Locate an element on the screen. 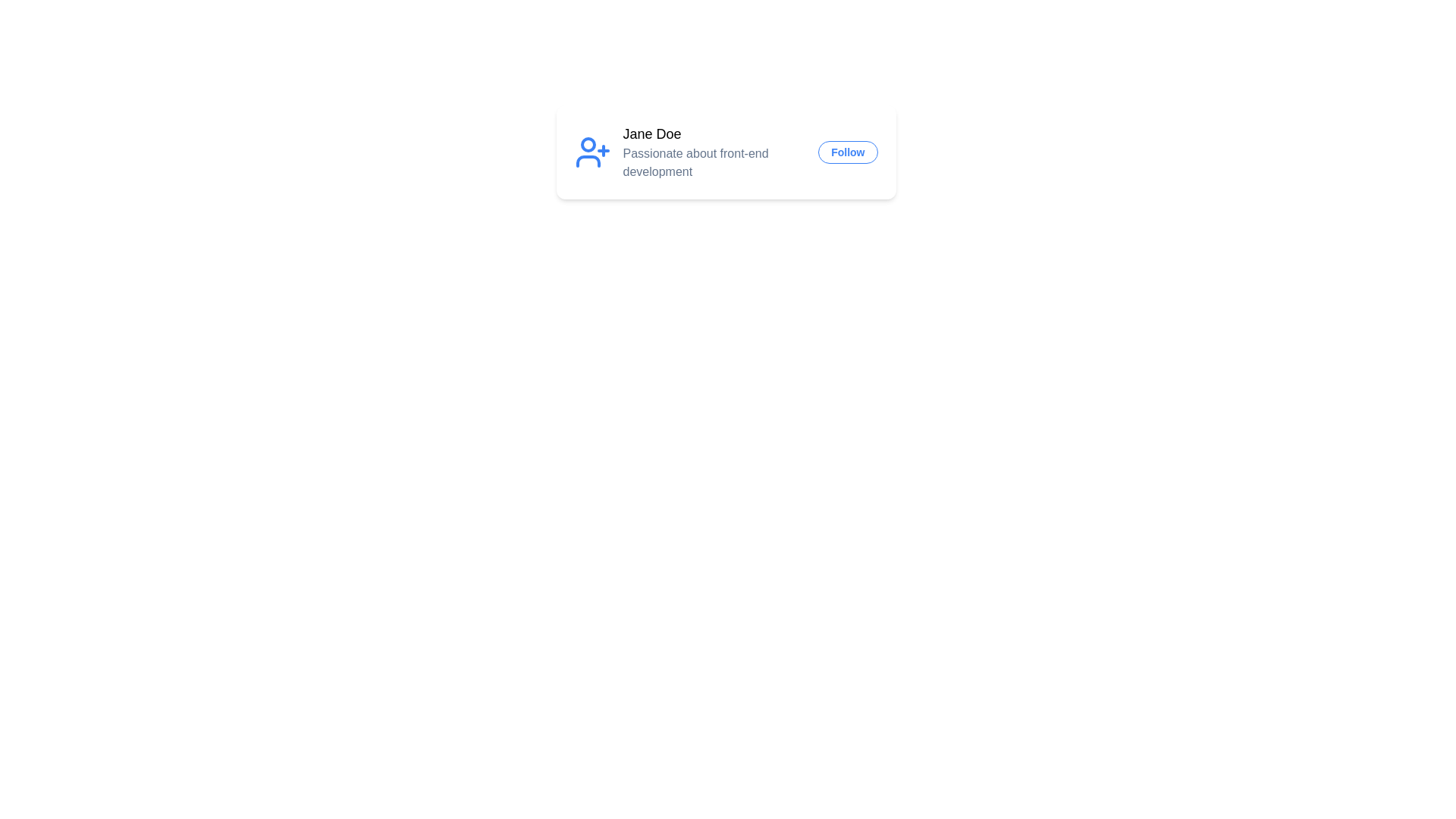 The image size is (1456, 819). text content of the smaller slate-gray label that reads 'Passionate about front-end development', positioned below the bold 'Jane Doe' label is located at coordinates (714, 163).